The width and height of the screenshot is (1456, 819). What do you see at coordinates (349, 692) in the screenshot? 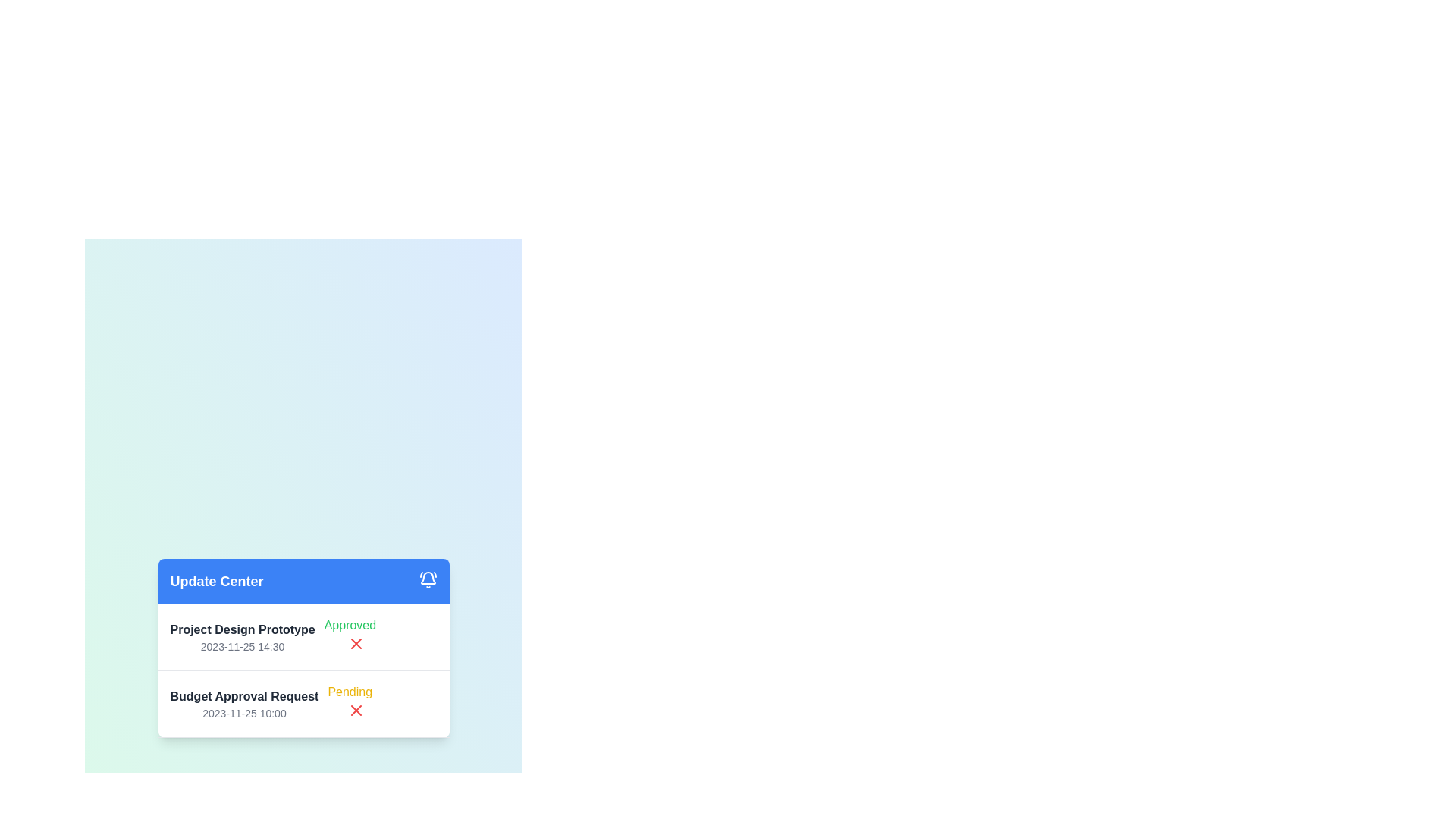
I see `'Pending' status text from the yellow bold label located in the second item of the notification list, right of the title 'Budget Approval Request'` at bounding box center [349, 692].